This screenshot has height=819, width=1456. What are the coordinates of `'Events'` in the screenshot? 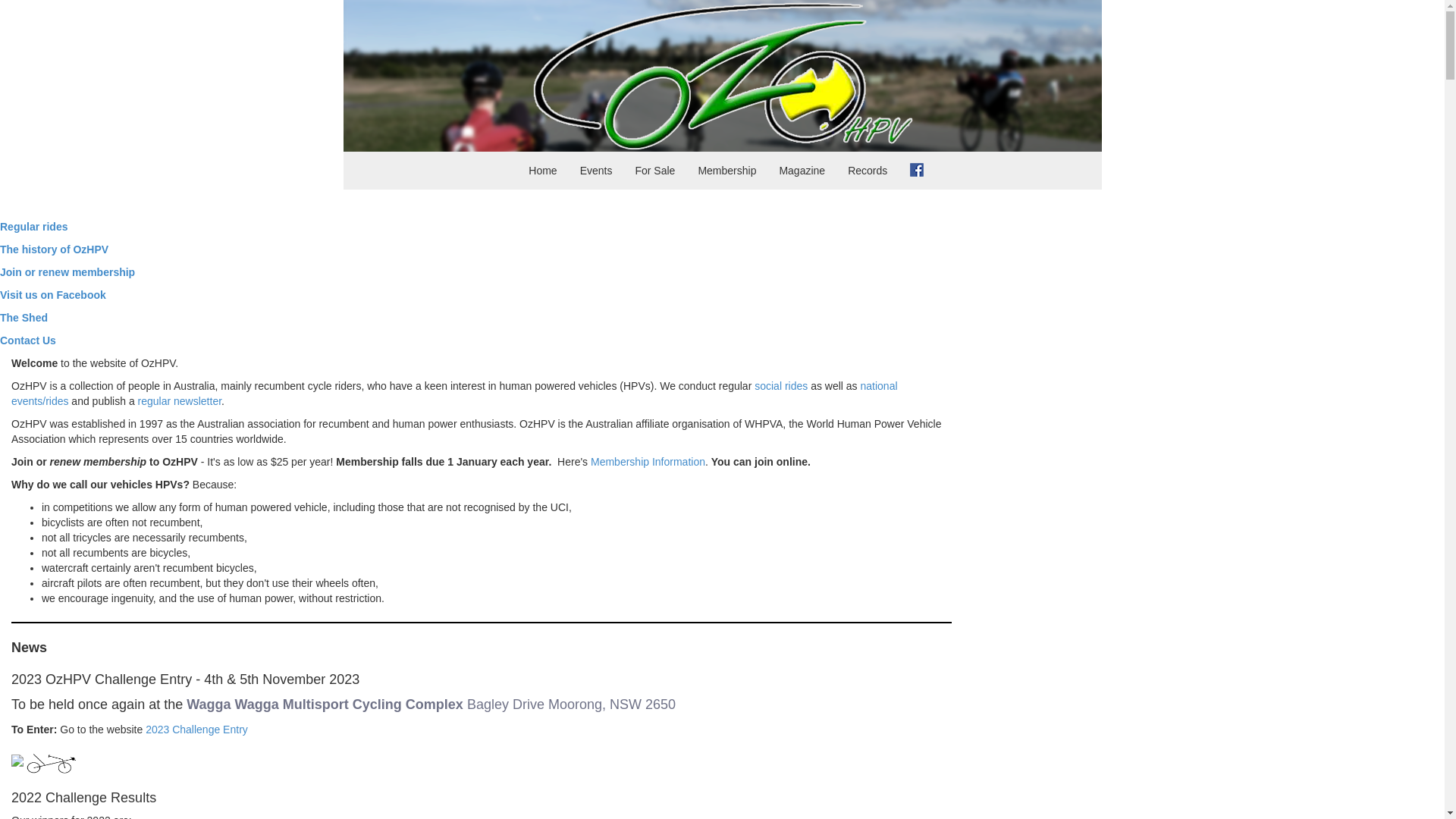 It's located at (595, 170).